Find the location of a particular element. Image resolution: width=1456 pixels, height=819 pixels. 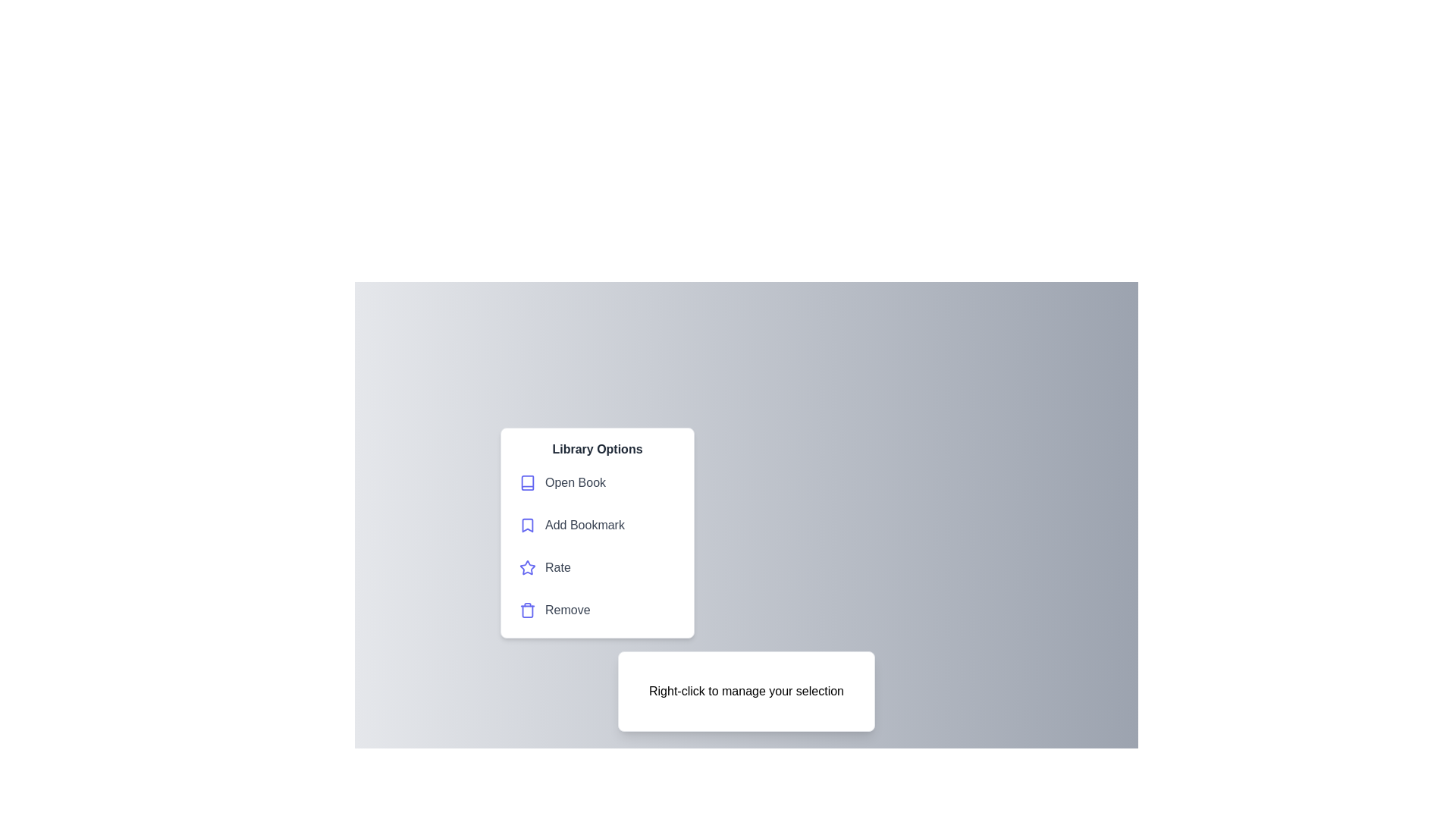

the Remove from the context menu is located at coordinates (596, 610).